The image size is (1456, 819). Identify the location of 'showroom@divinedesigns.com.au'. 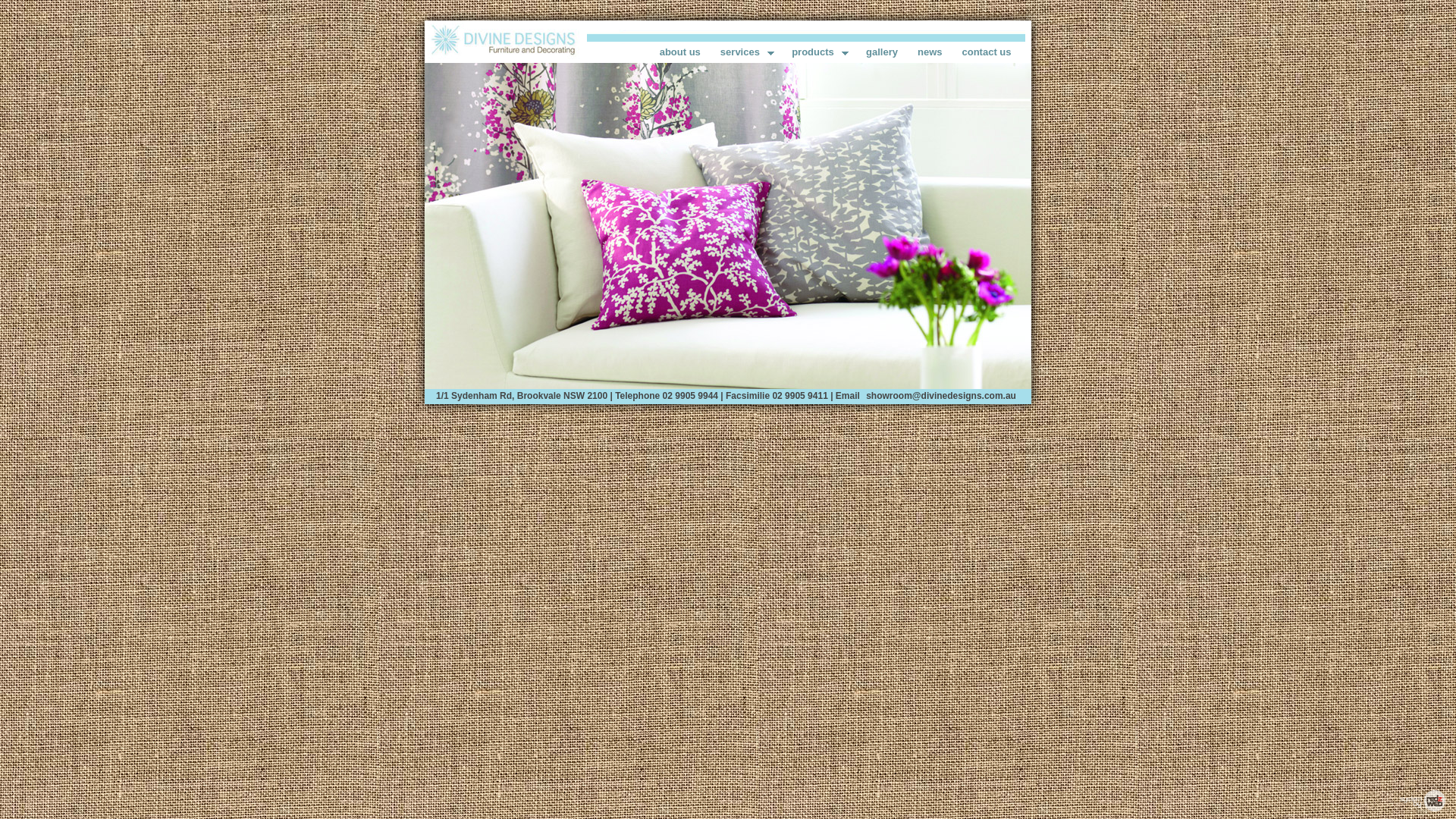
(940, 394).